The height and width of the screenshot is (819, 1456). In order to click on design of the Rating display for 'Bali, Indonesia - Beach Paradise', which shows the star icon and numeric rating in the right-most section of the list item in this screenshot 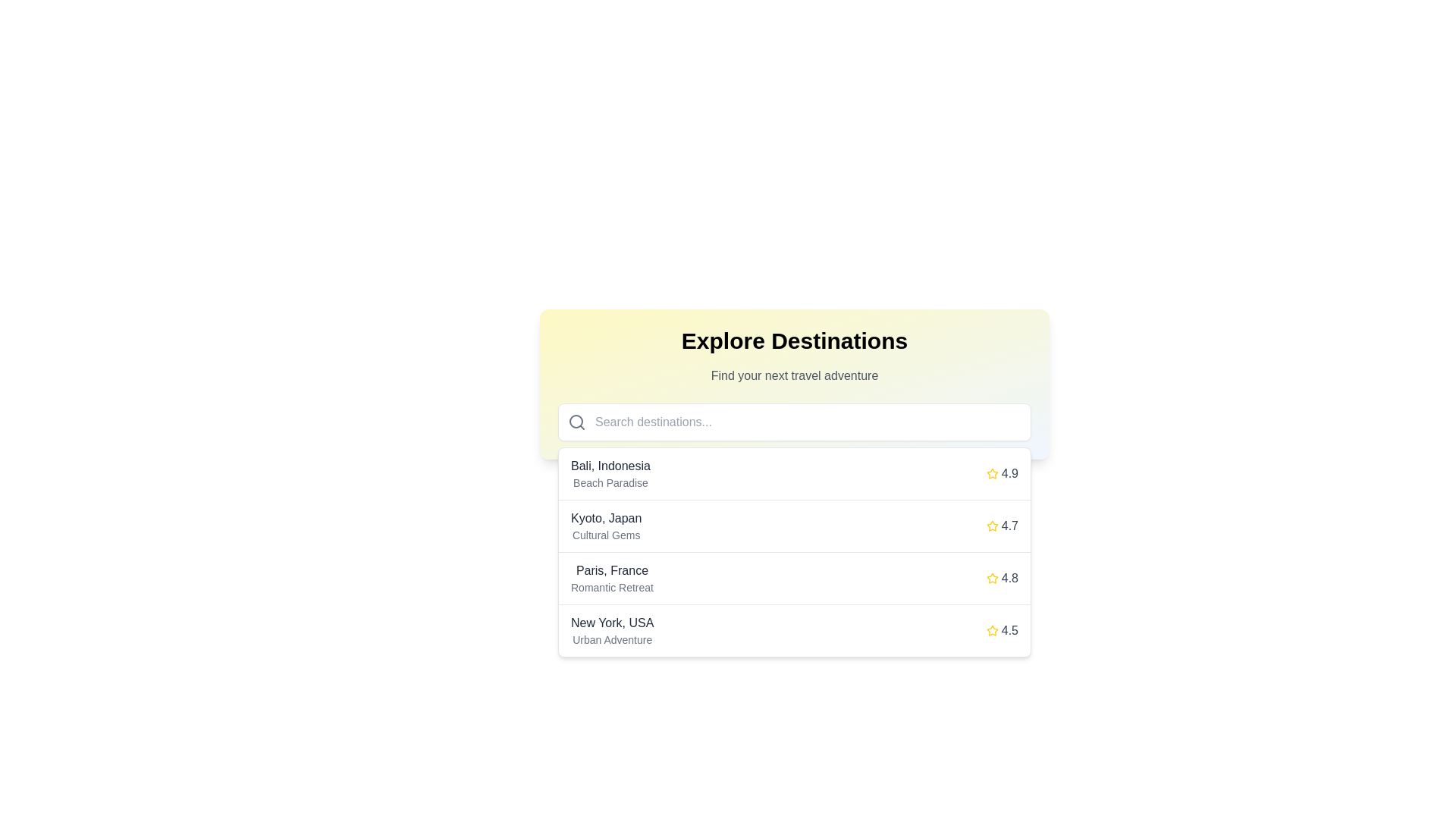, I will do `click(1002, 472)`.